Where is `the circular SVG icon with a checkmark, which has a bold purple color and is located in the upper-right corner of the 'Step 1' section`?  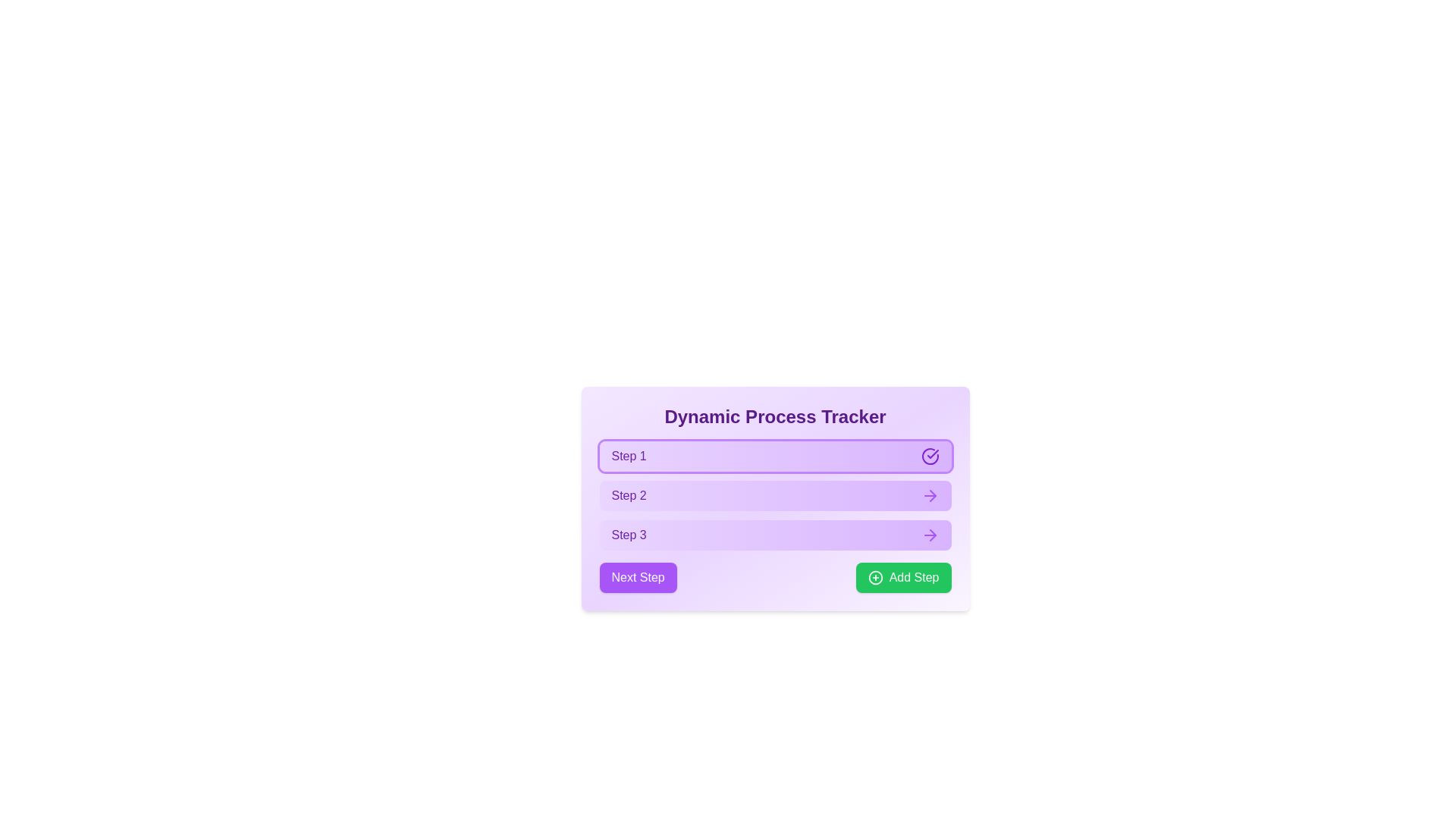
the circular SVG icon with a checkmark, which has a bold purple color and is located in the upper-right corner of the 'Step 1' section is located at coordinates (929, 455).